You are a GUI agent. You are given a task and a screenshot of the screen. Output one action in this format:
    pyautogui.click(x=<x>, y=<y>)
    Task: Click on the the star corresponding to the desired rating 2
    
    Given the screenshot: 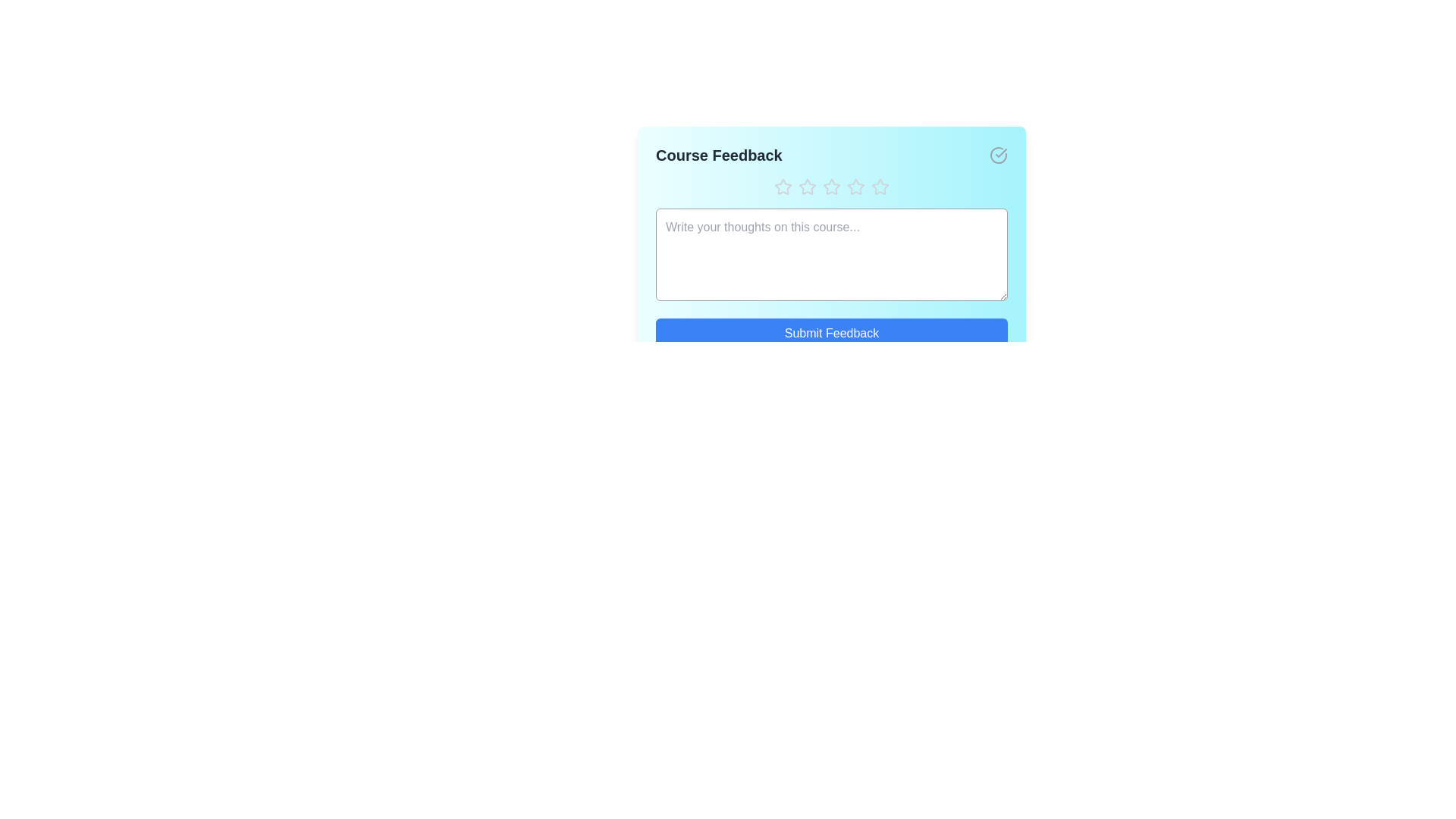 What is the action you would take?
    pyautogui.click(x=807, y=186)
    